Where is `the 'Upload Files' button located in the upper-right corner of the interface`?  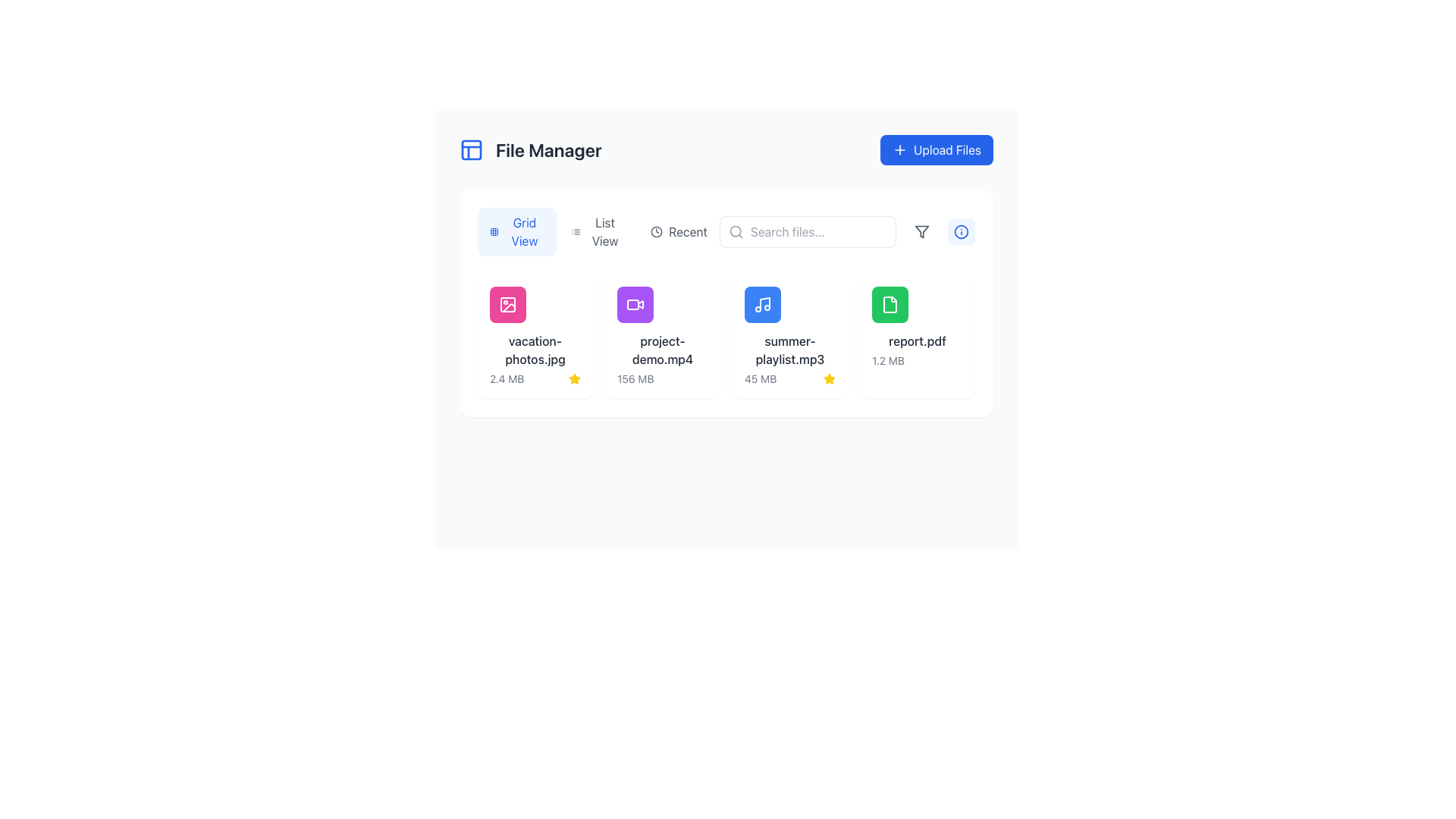
the 'Upload Files' button located in the upper-right corner of the interface is located at coordinates (936, 149).